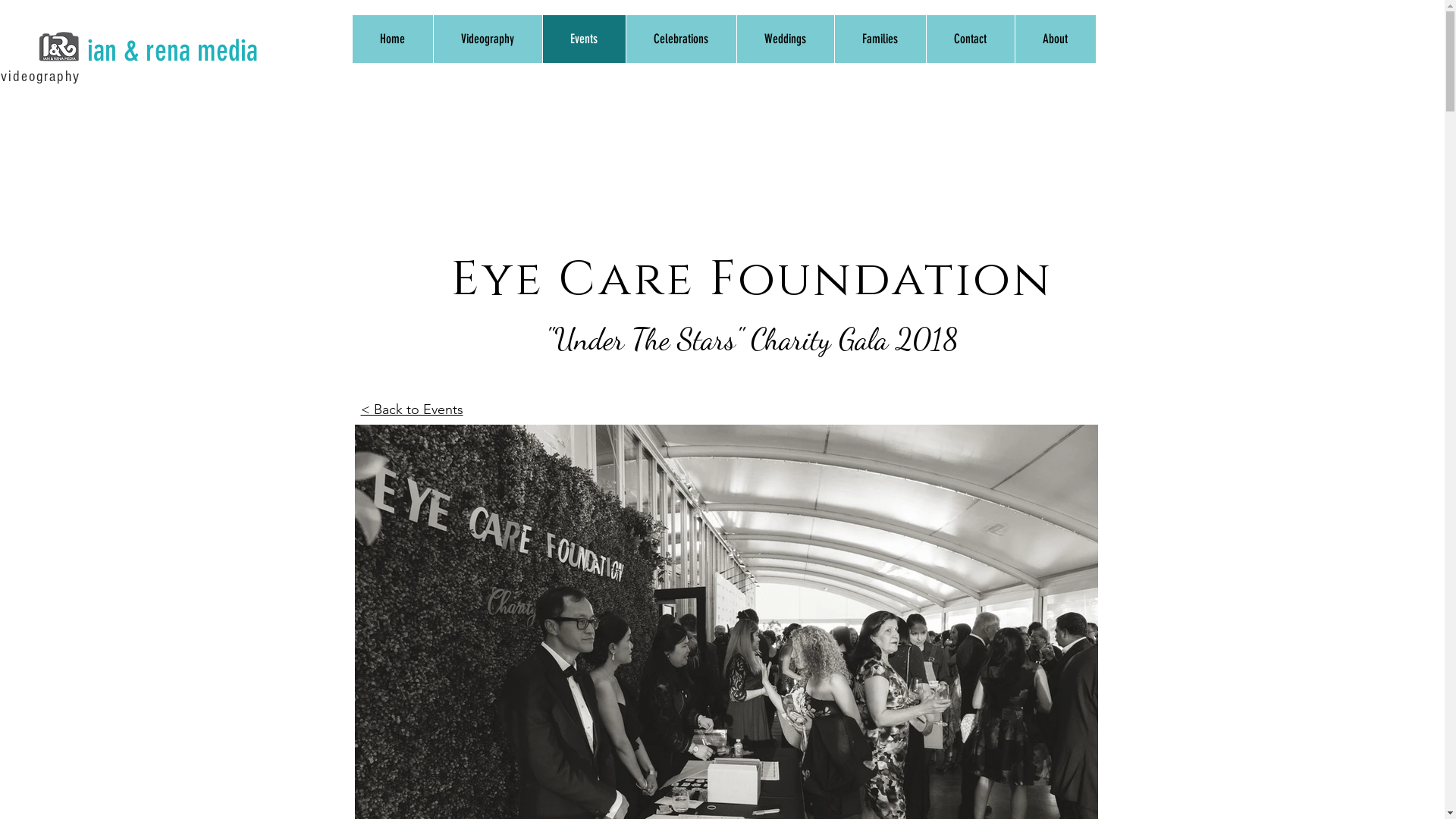 This screenshot has height=819, width=1456. Describe the element at coordinates (968, 38) in the screenshot. I see `'Contact'` at that location.